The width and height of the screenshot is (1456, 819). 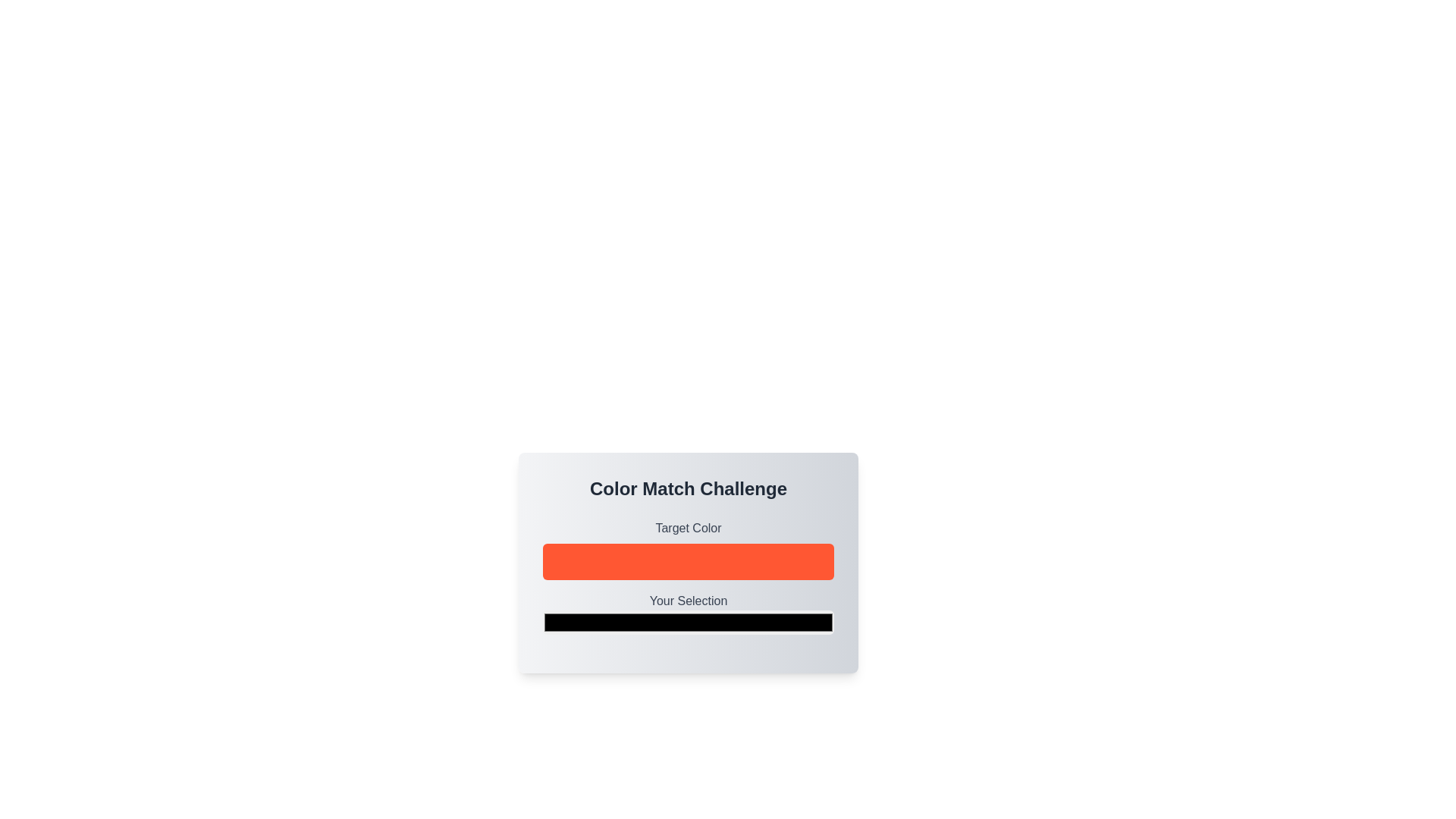 What do you see at coordinates (687, 528) in the screenshot?
I see `the descriptive text label for the color preview section, which is located above the bright orange rectangular area and centered under the title 'Color Match Challenge'` at bounding box center [687, 528].